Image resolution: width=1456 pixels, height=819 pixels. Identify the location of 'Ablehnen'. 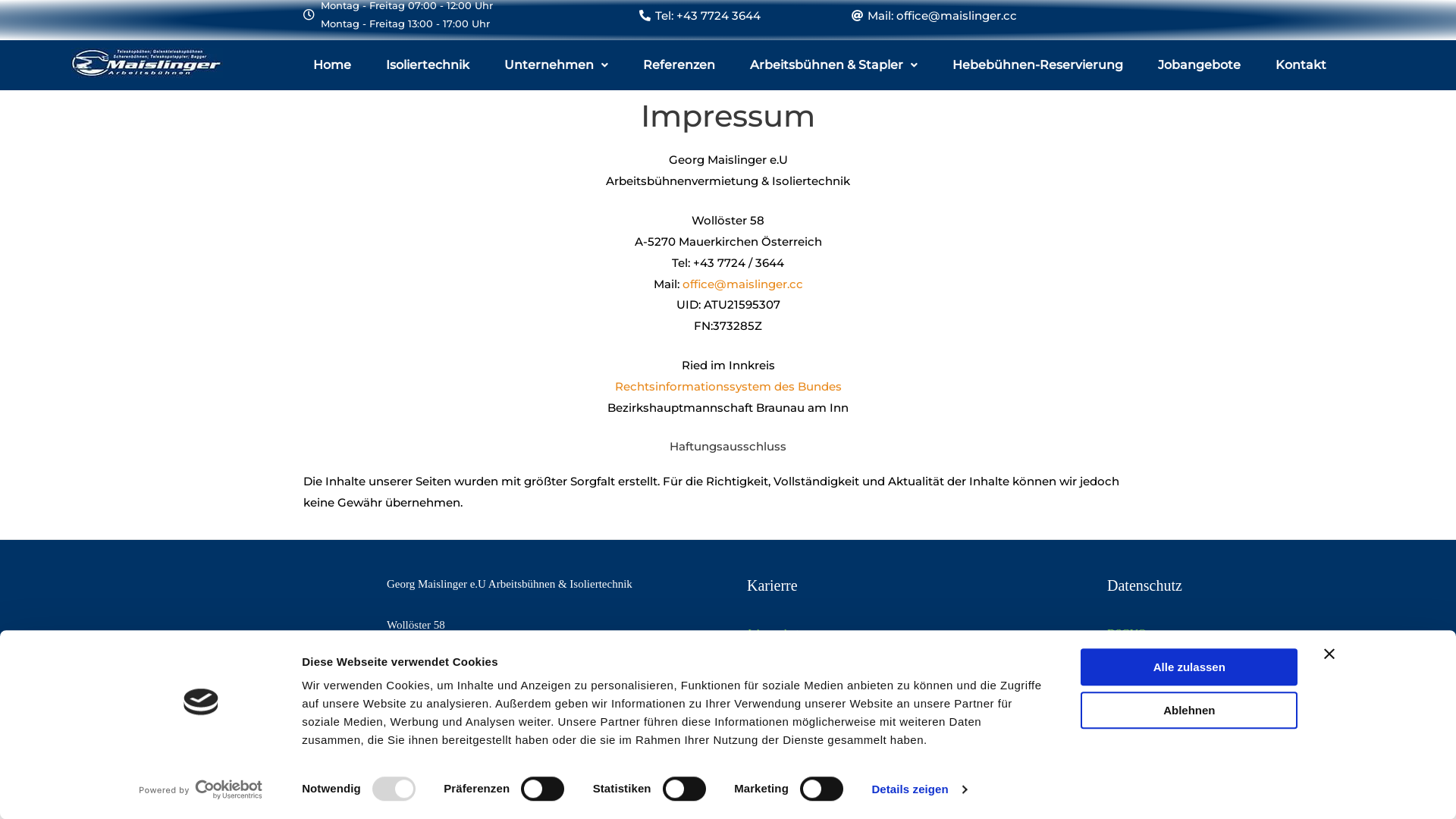
(1188, 710).